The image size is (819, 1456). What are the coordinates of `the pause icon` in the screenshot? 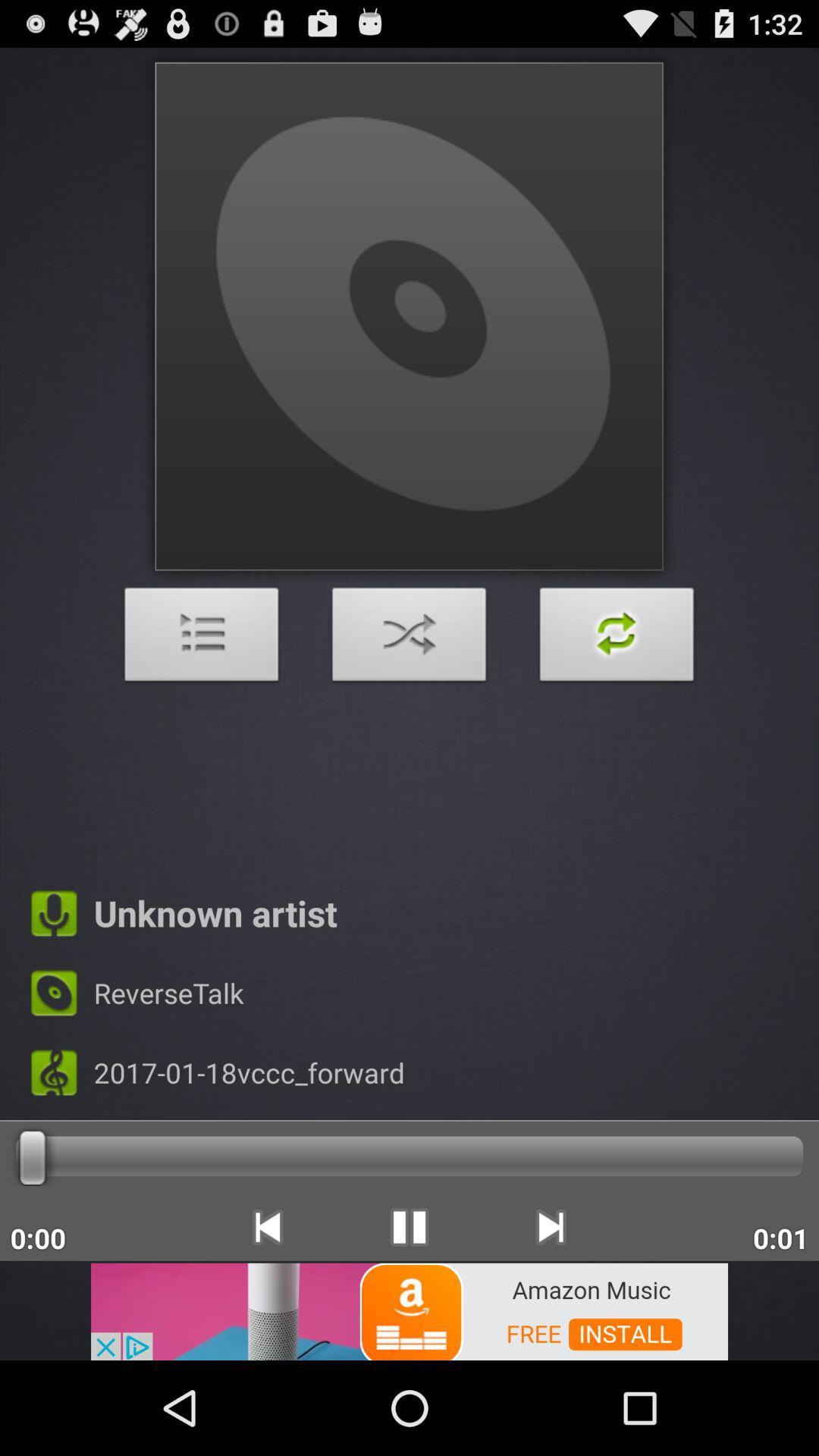 It's located at (408, 1312).